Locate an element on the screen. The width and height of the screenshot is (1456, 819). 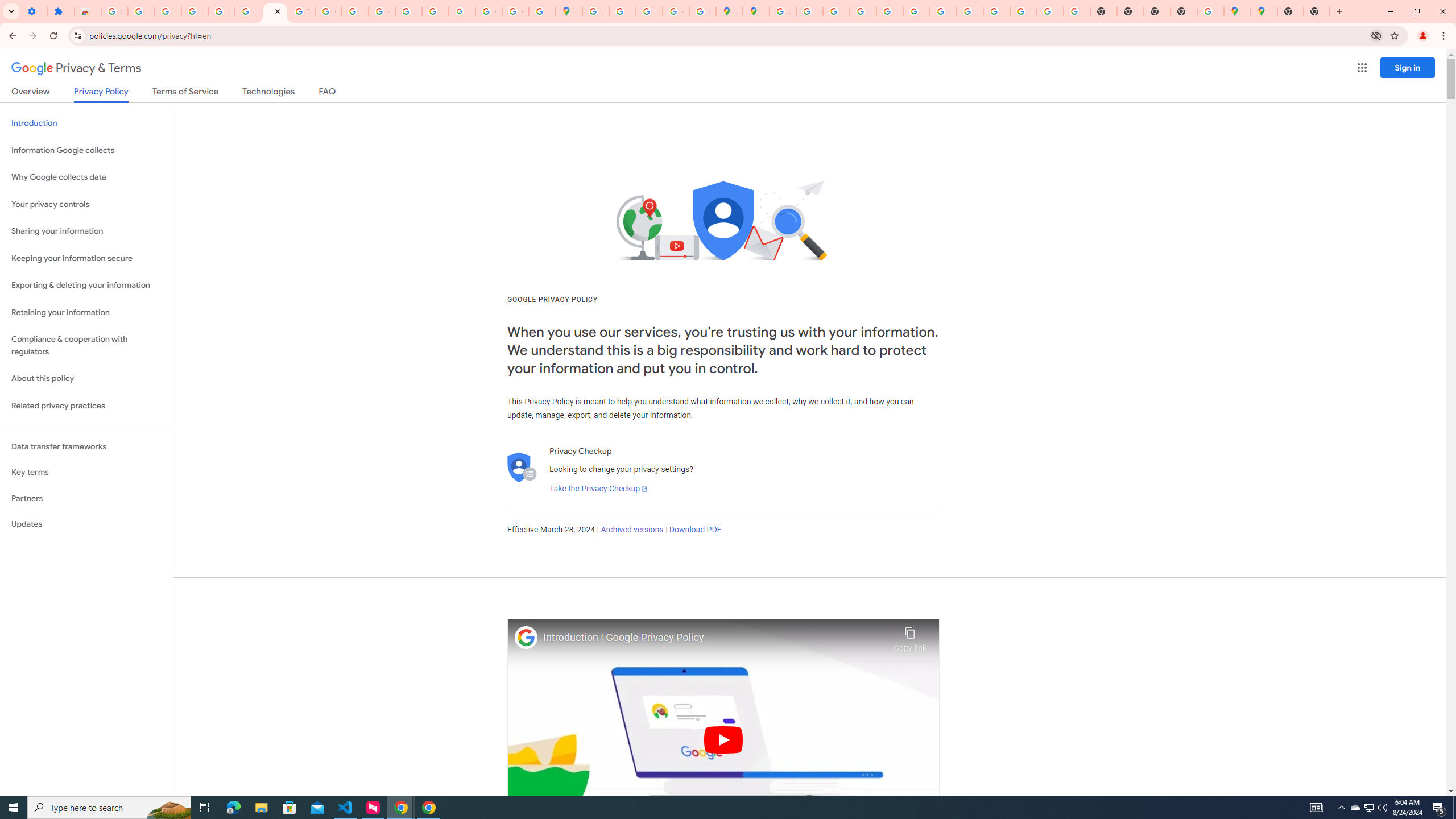
'Delete photos & videos - Computer - Google Photos Help' is located at coordinates (141, 11).